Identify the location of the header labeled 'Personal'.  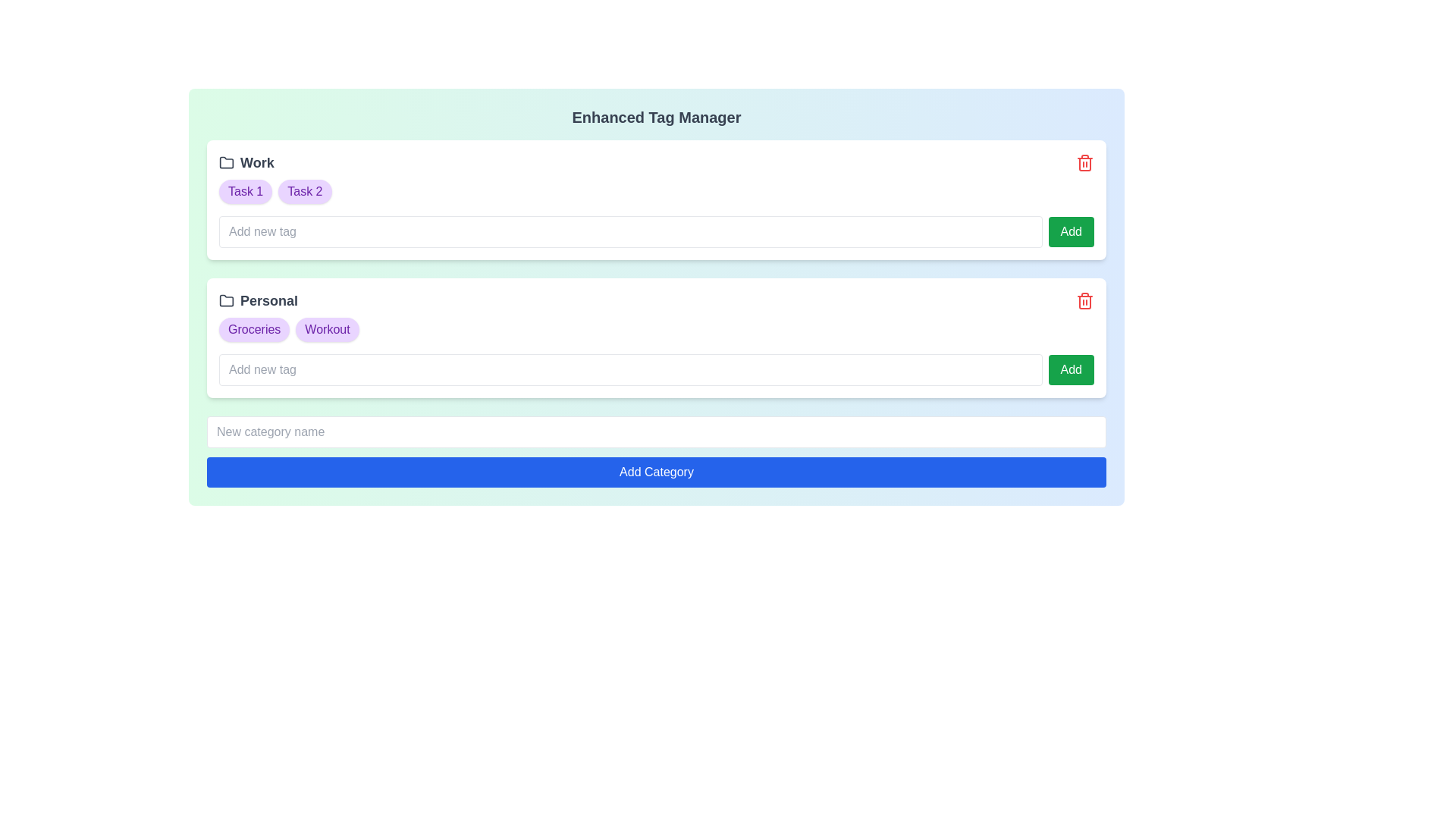
(656, 301).